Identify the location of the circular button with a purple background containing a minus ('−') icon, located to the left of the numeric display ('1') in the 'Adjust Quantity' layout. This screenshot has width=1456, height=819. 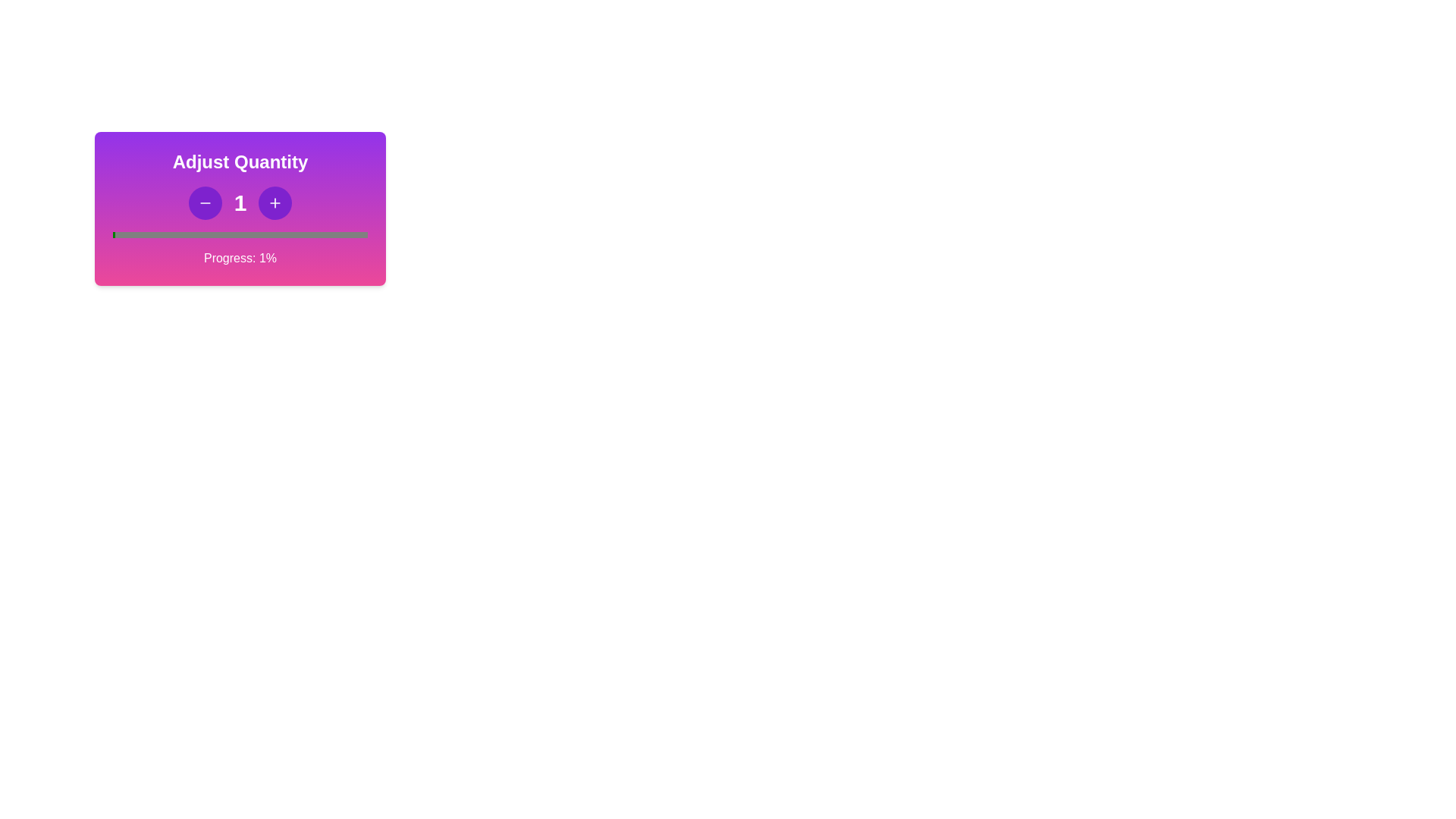
(204, 202).